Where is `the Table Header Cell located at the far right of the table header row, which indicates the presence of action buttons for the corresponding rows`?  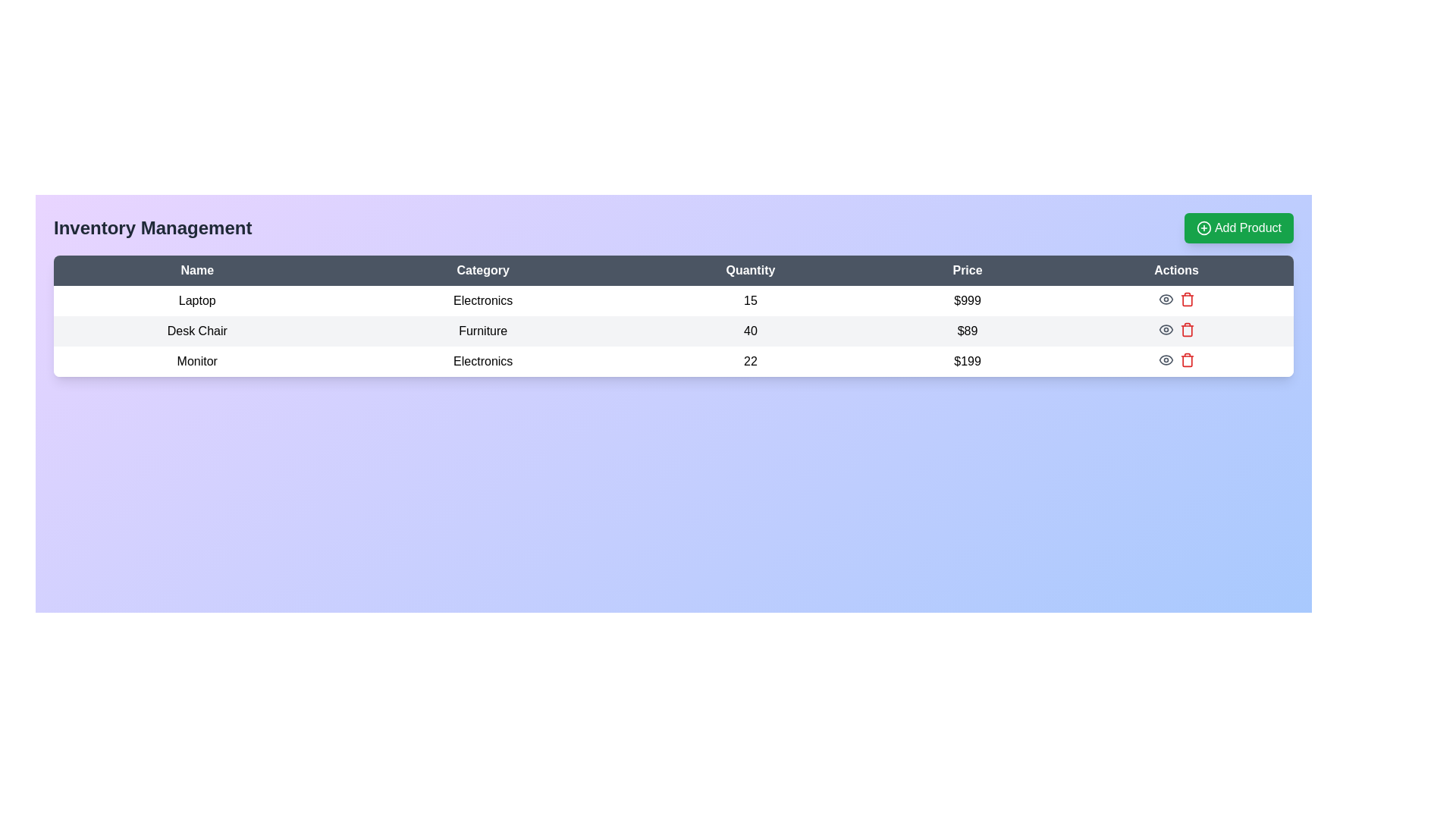 the Table Header Cell located at the far right of the table header row, which indicates the presence of action buttons for the corresponding rows is located at coordinates (1175, 270).